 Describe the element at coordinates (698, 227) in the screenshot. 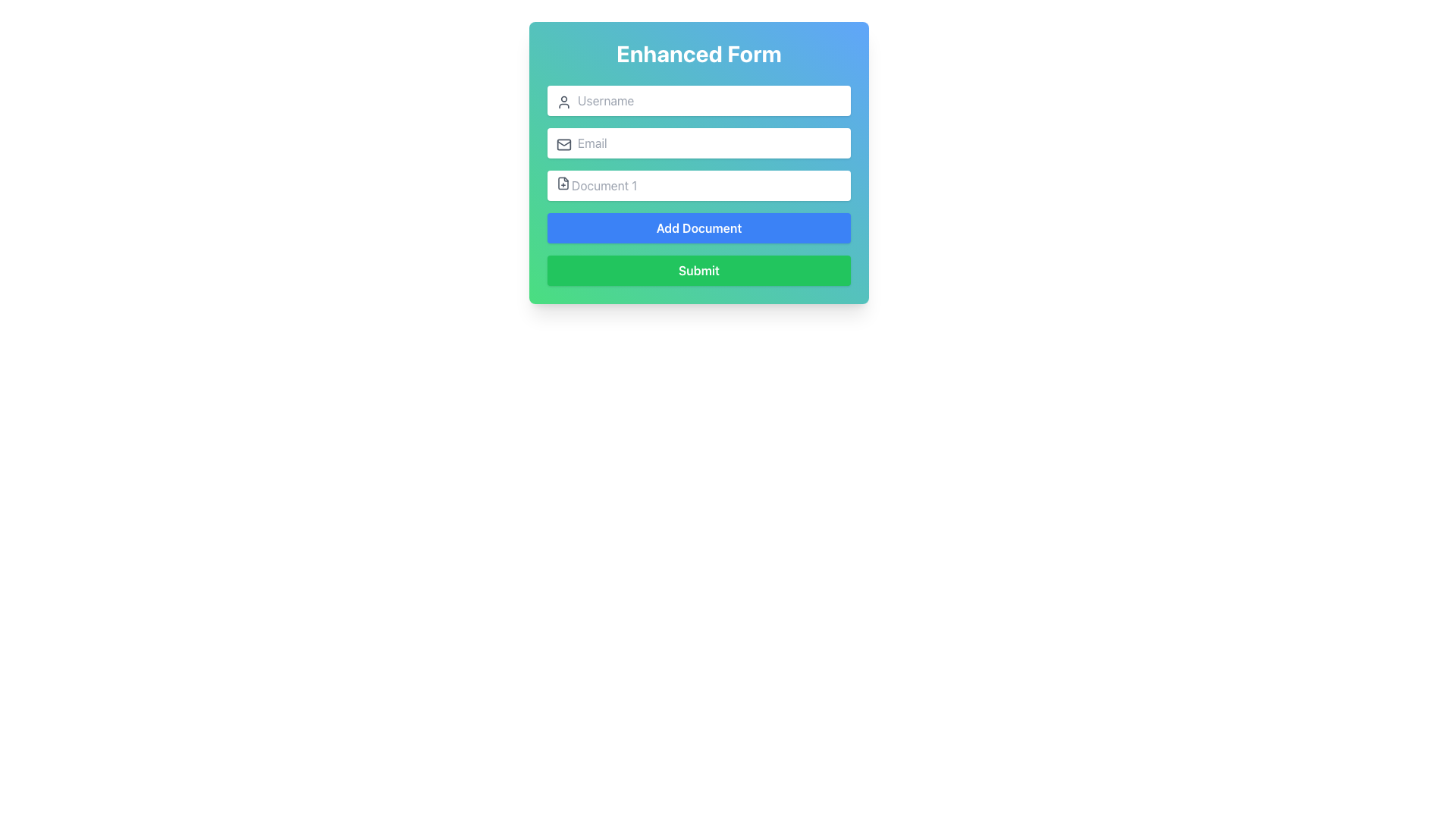

I see `the rectangular button with rounded edges, blue background, and white bold text reading 'Add Document'` at that location.